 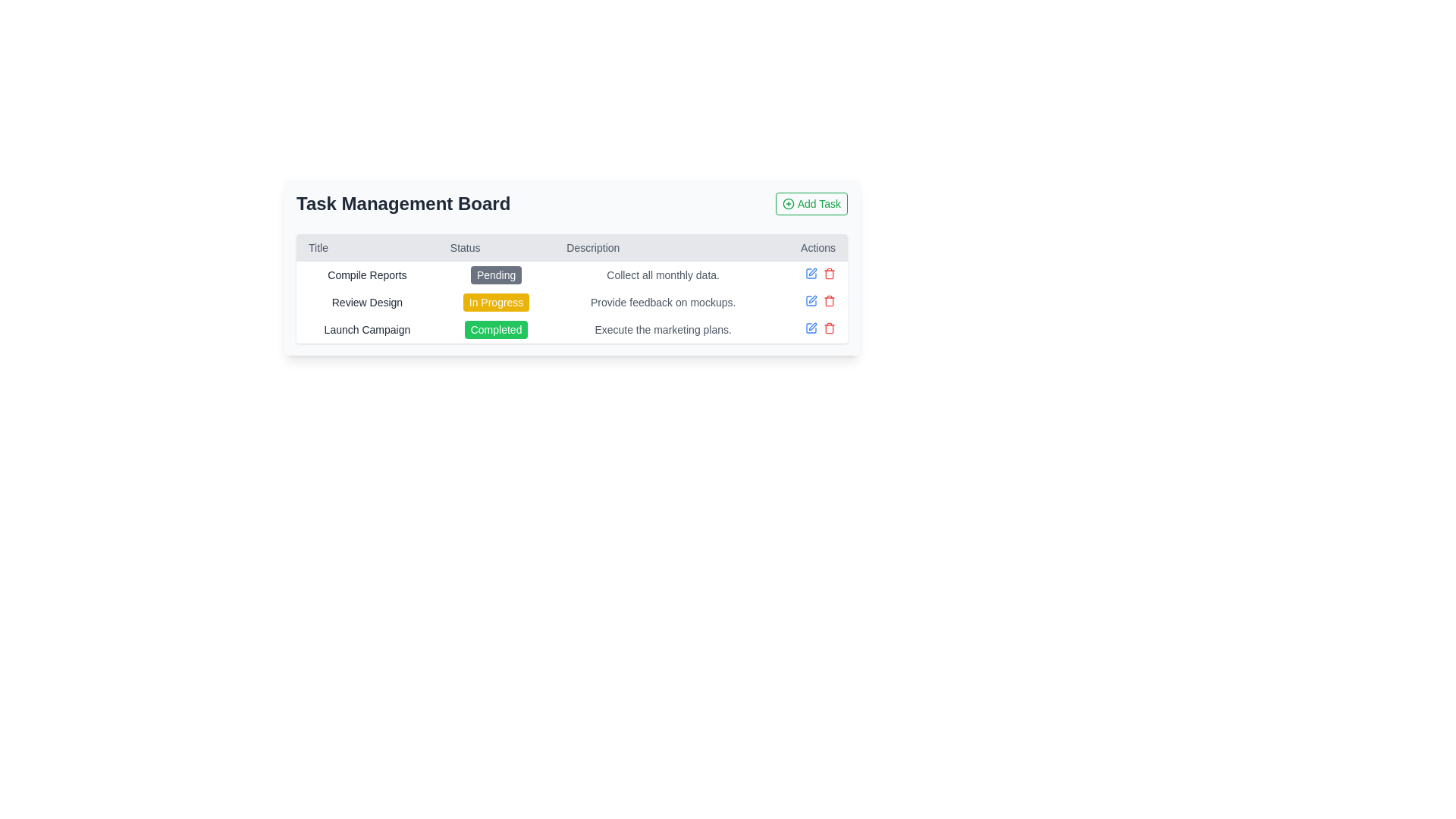 I want to click on the 'Status' label in the third row of the 'Task Management Board' table that indicates the completion status of the 'Launch Campaign' task, so click(x=496, y=329).